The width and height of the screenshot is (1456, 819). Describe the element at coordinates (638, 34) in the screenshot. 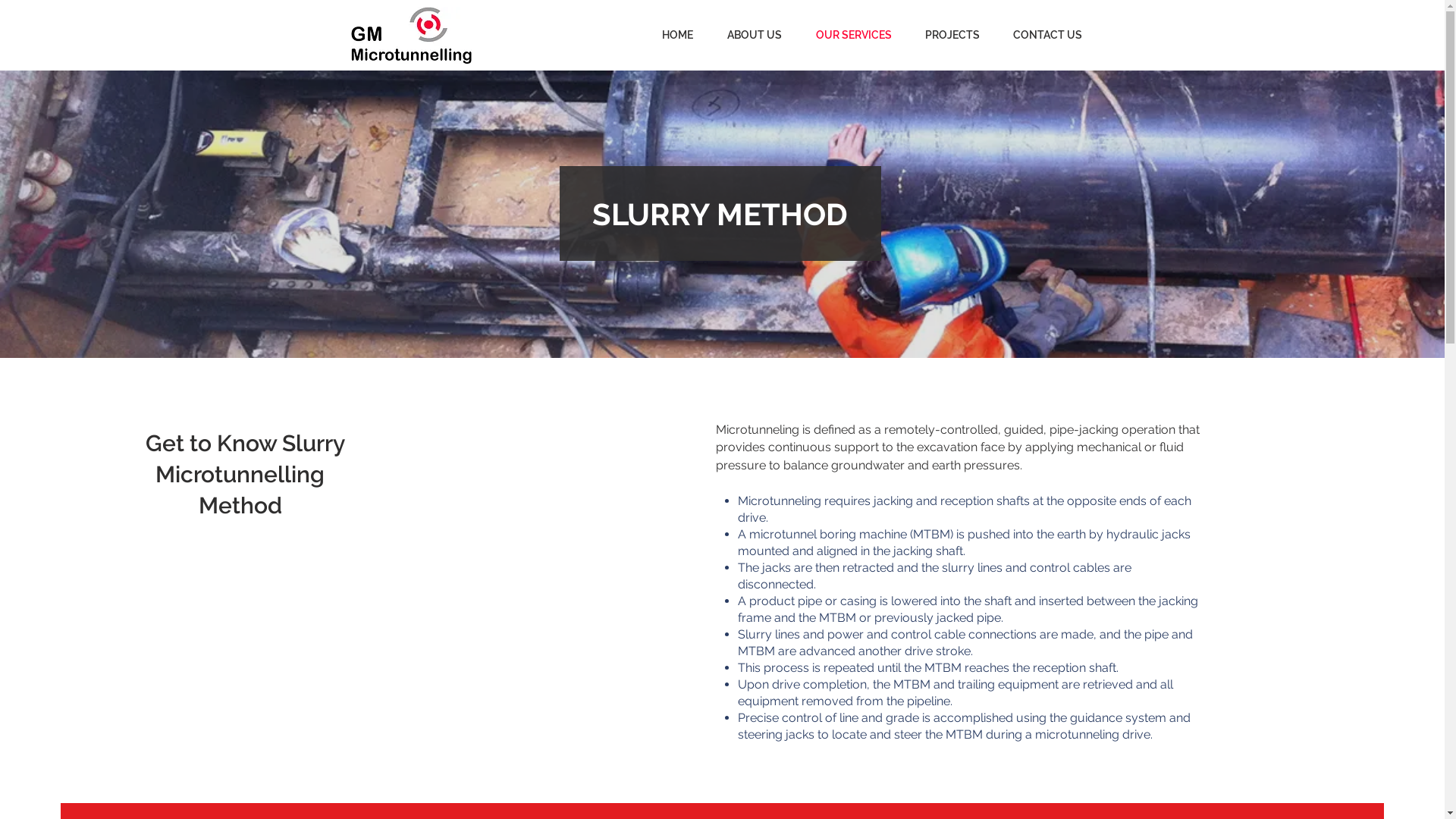

I see `'HOME'` at that location.